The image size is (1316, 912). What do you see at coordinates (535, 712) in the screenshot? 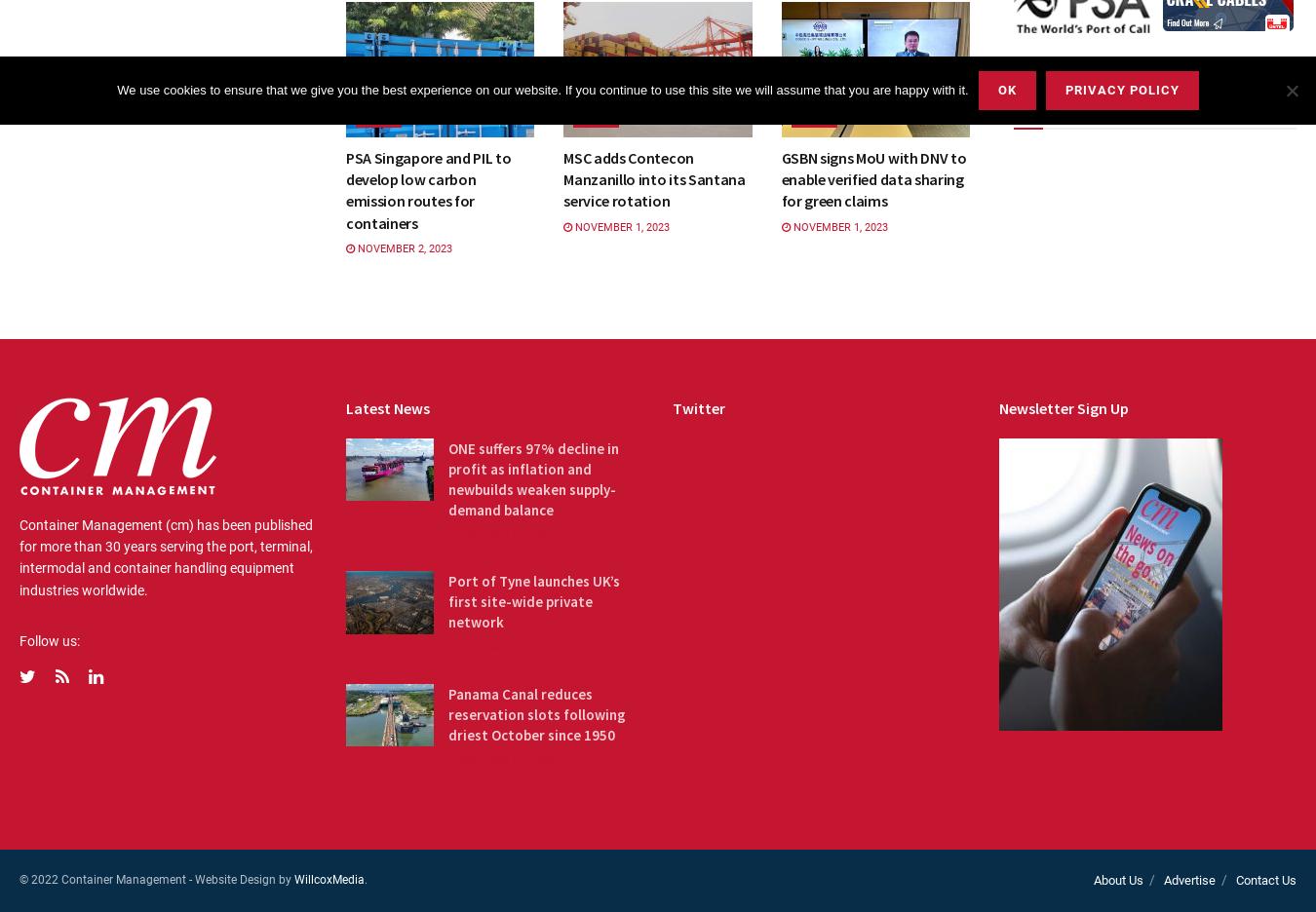
I see `'Panama Canal reduces reservation slots following driest October since 1950'` at bounding box center [535, 712].